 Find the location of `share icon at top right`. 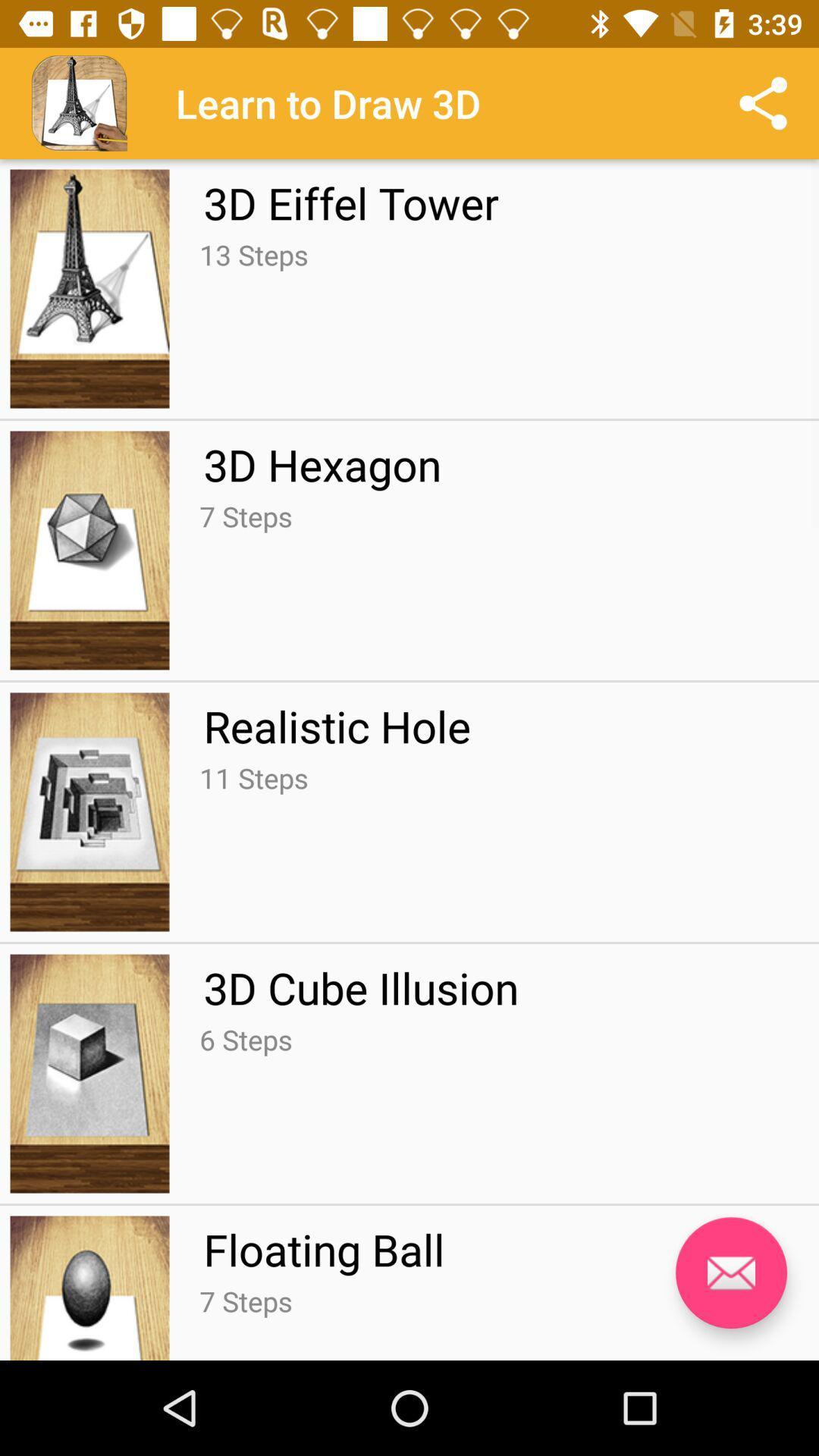

share icon at top right is located at coordinates (763, 103).